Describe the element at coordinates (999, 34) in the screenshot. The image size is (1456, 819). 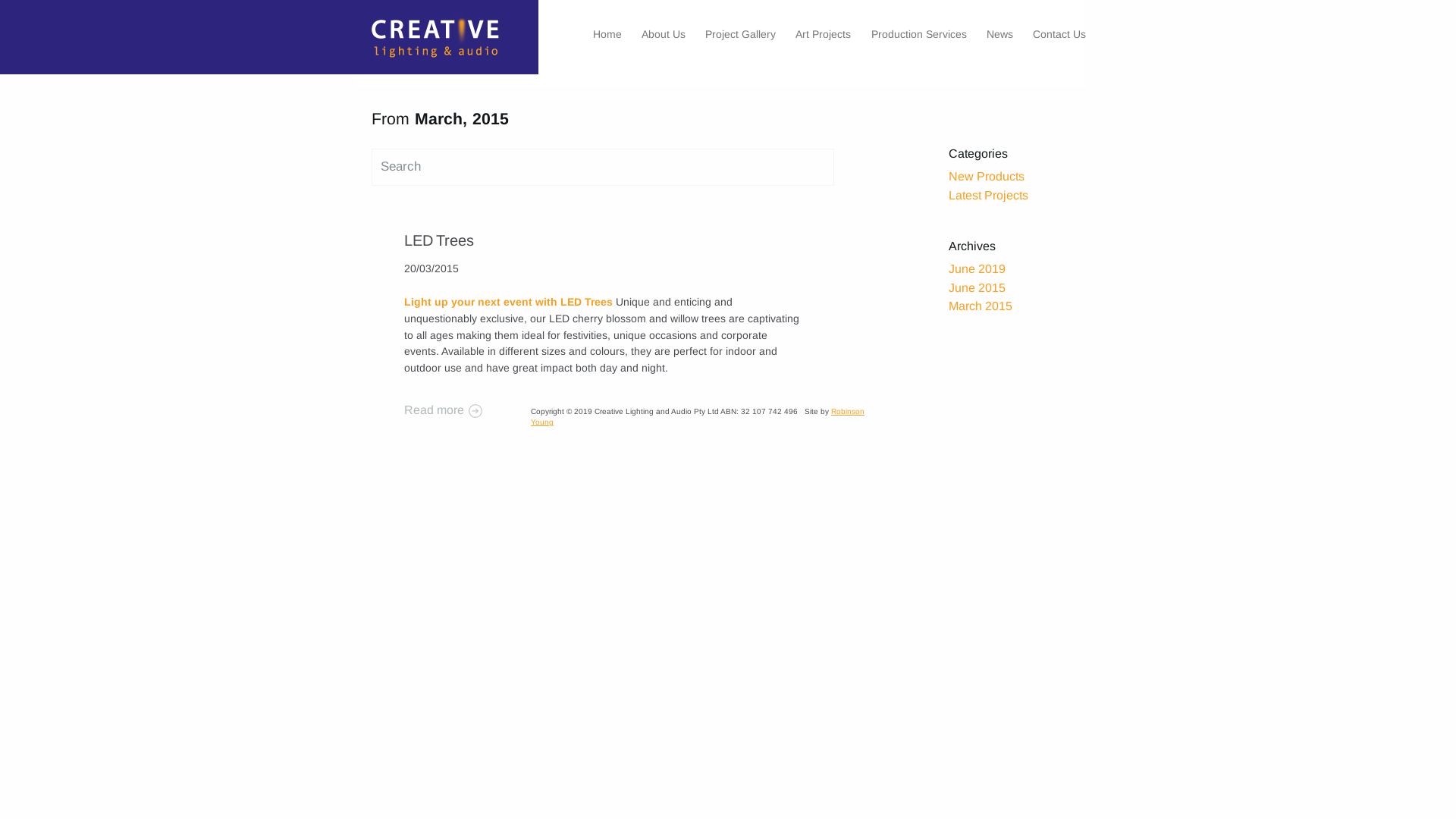
I see `'News'` at that location.